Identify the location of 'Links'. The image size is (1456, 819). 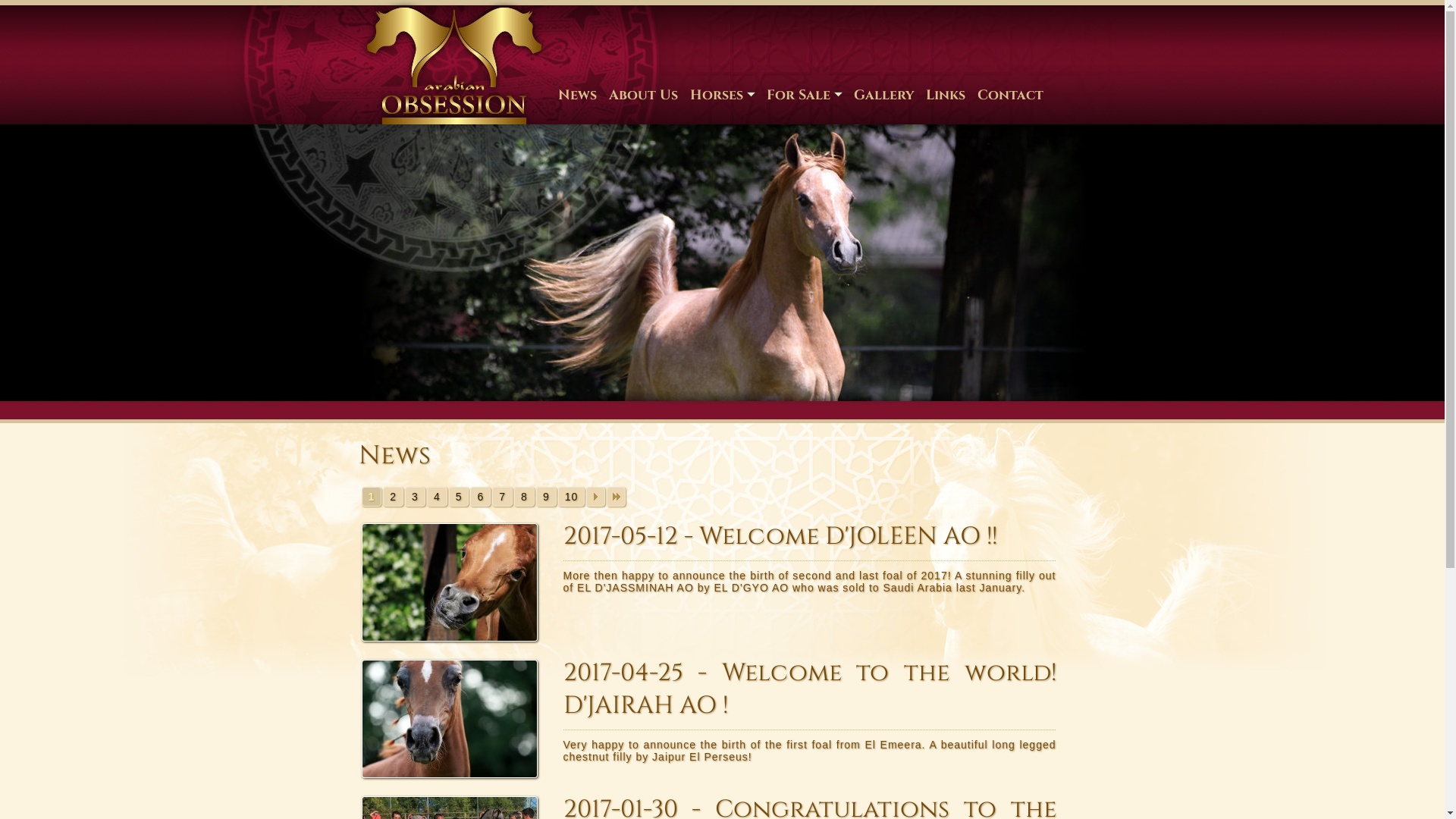
(944, 94).